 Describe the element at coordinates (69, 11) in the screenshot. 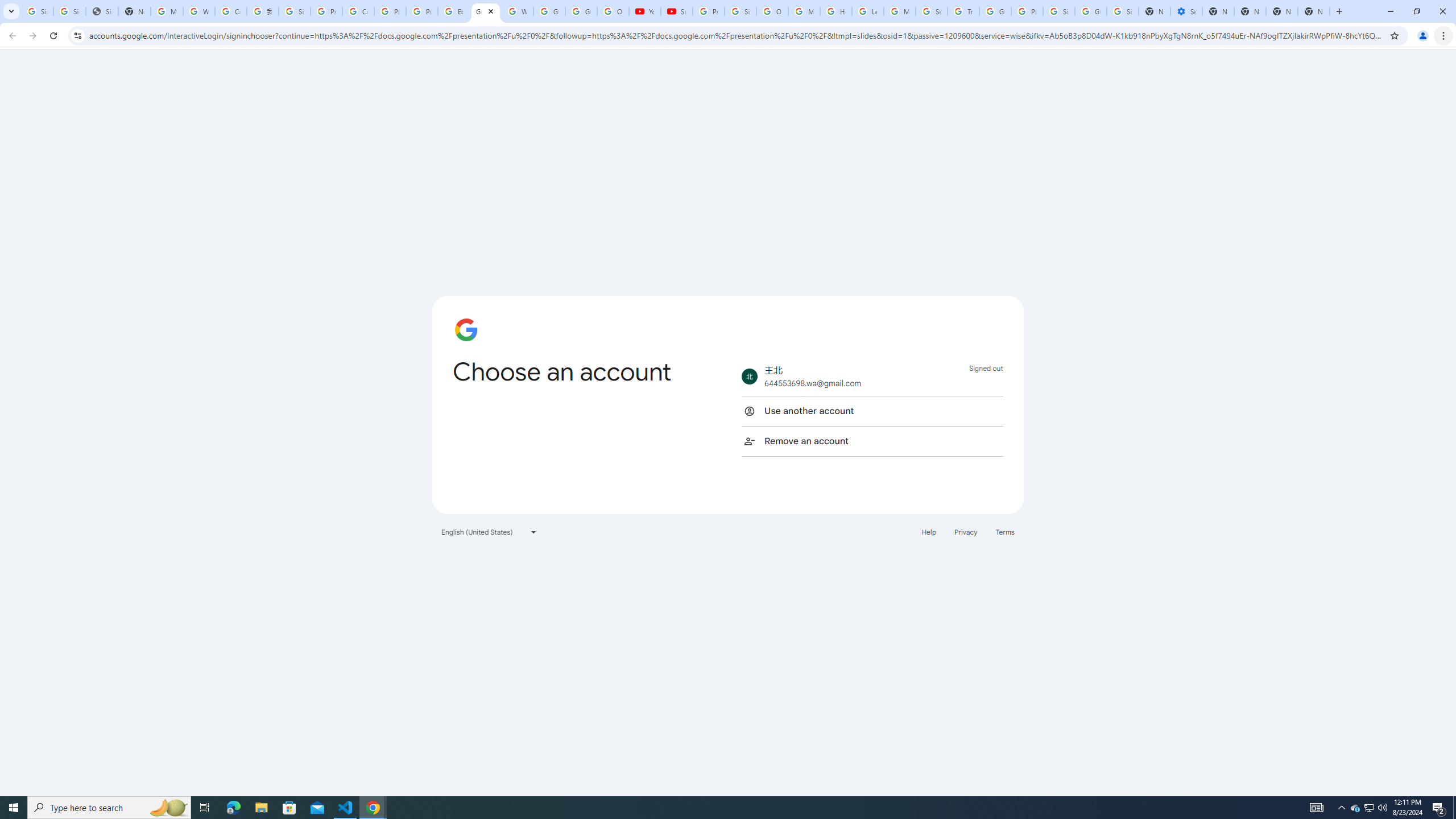

I see `'Sign in - Google Accounts'` at that location.